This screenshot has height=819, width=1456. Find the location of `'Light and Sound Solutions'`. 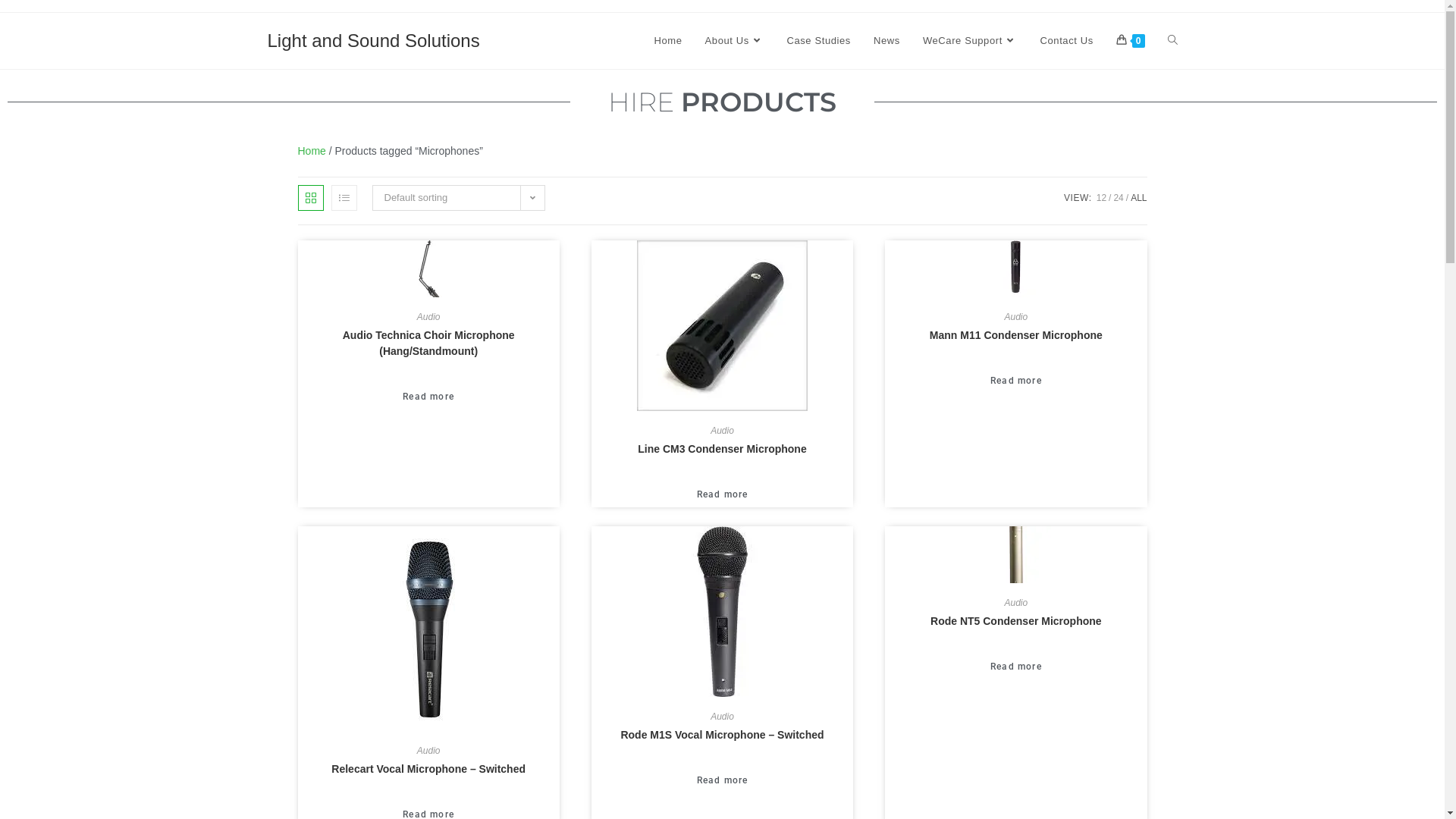

'Light and Sound Solutions' is located at coordinates (372, 39).